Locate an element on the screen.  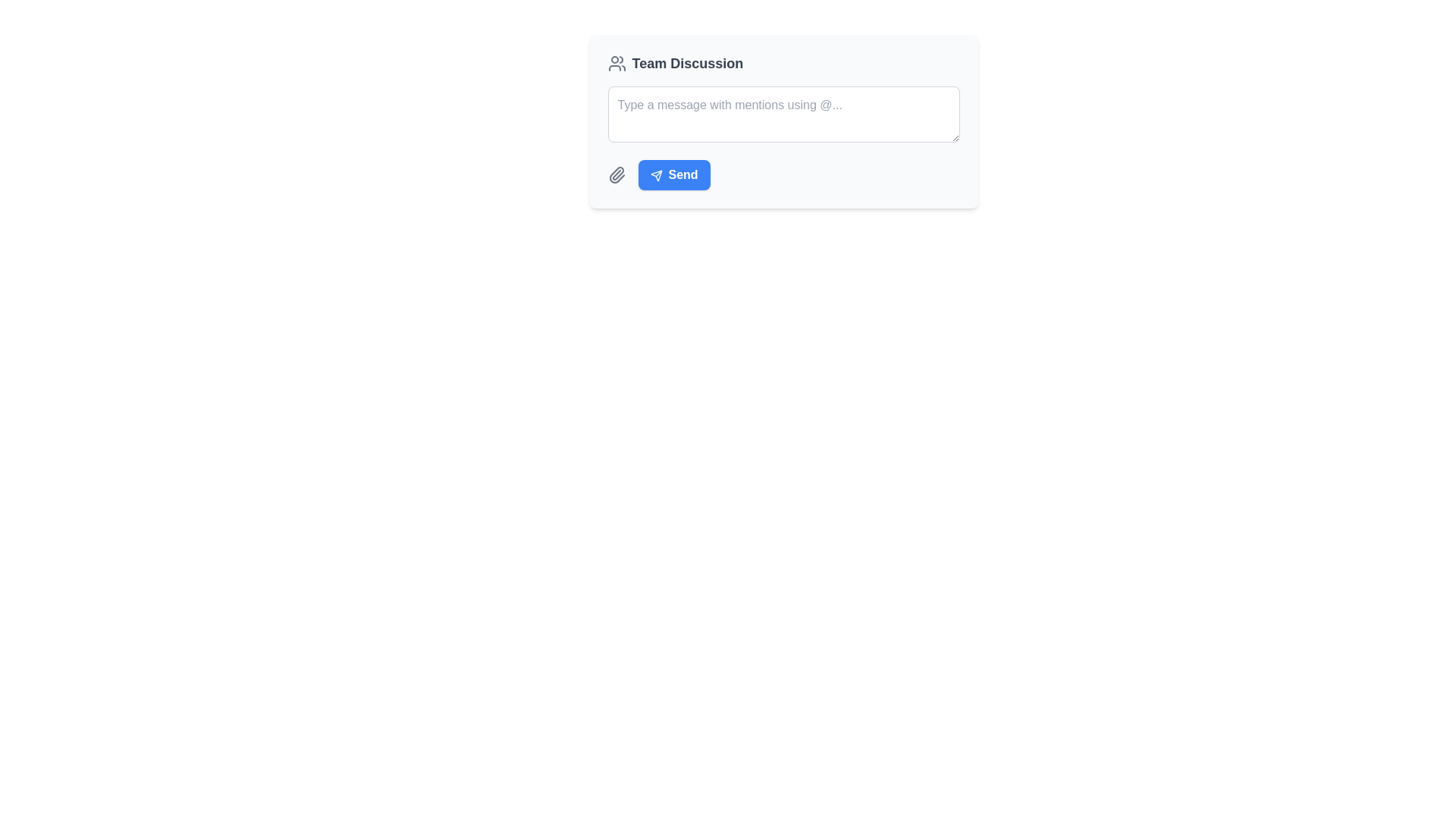
the thin triangular abstract send icon located at the bottom-right corner of the messaging section is located at coordinates (656, 174).